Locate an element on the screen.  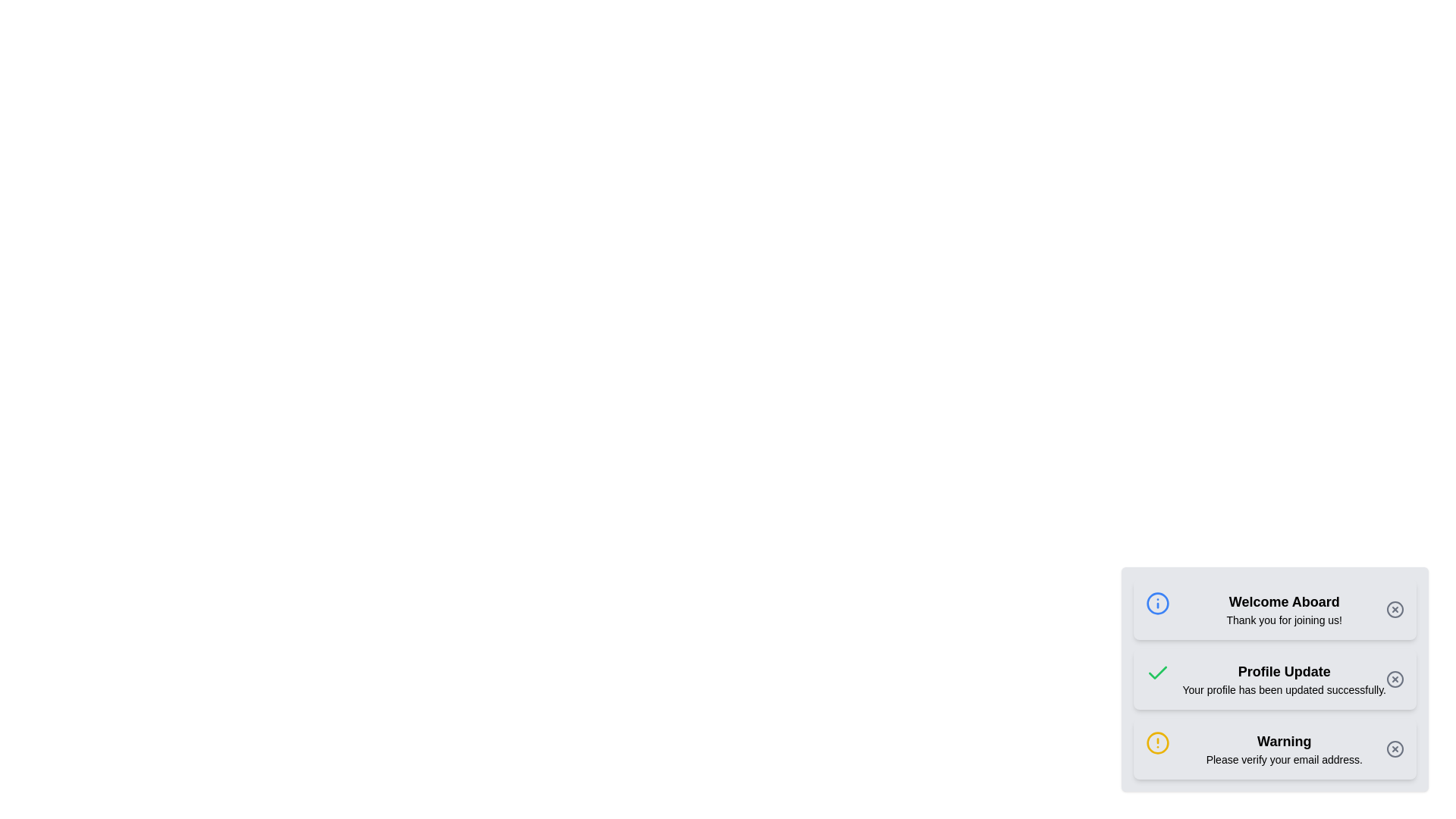
the 'Profile Update' text label displayed in bold, black font, located in the middle of the notification card in the second row is located at coordinates (1283, 671).